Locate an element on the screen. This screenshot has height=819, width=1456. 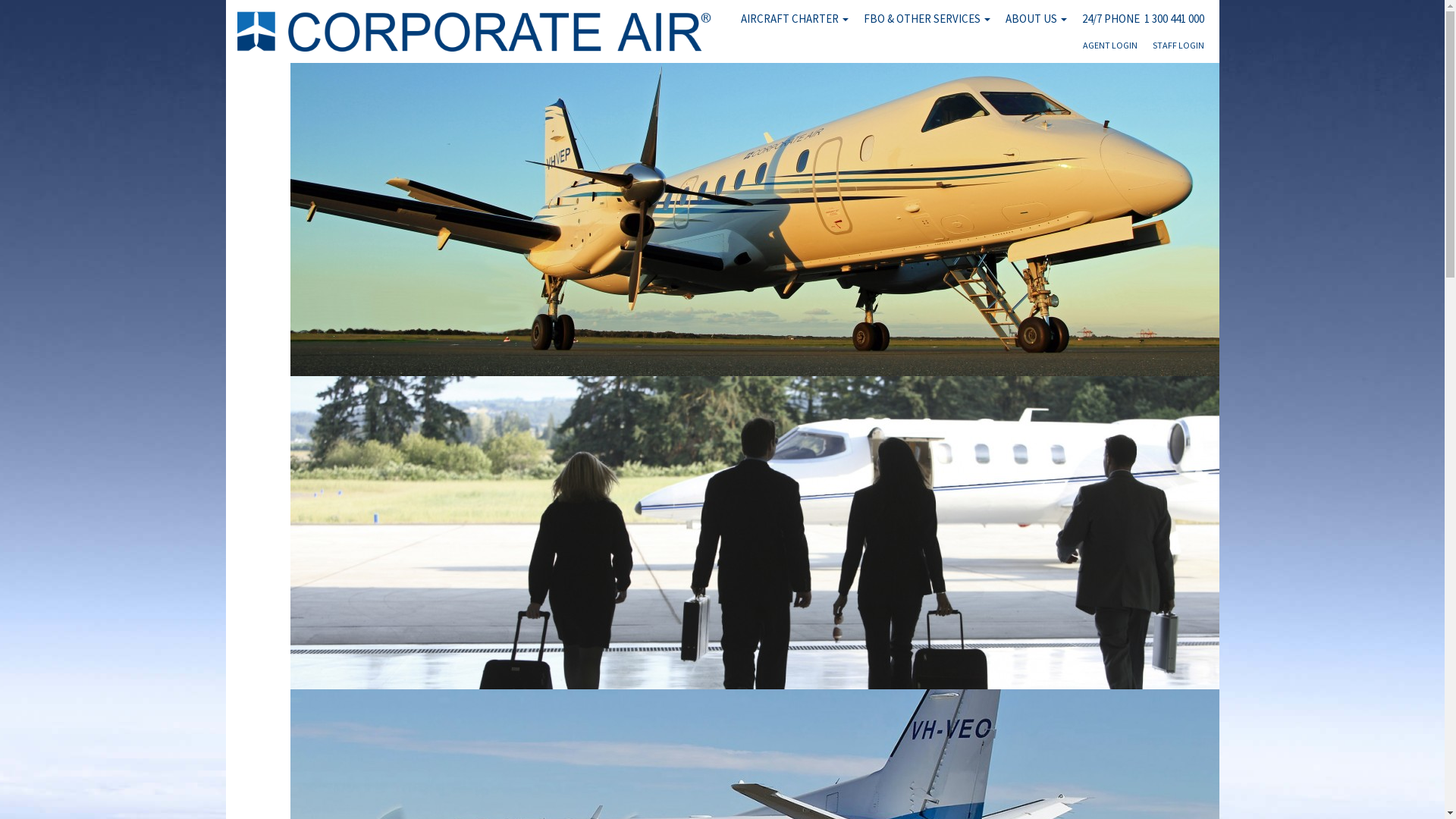
'STAFF LOGIN' is located at coordinates (1178, 49).